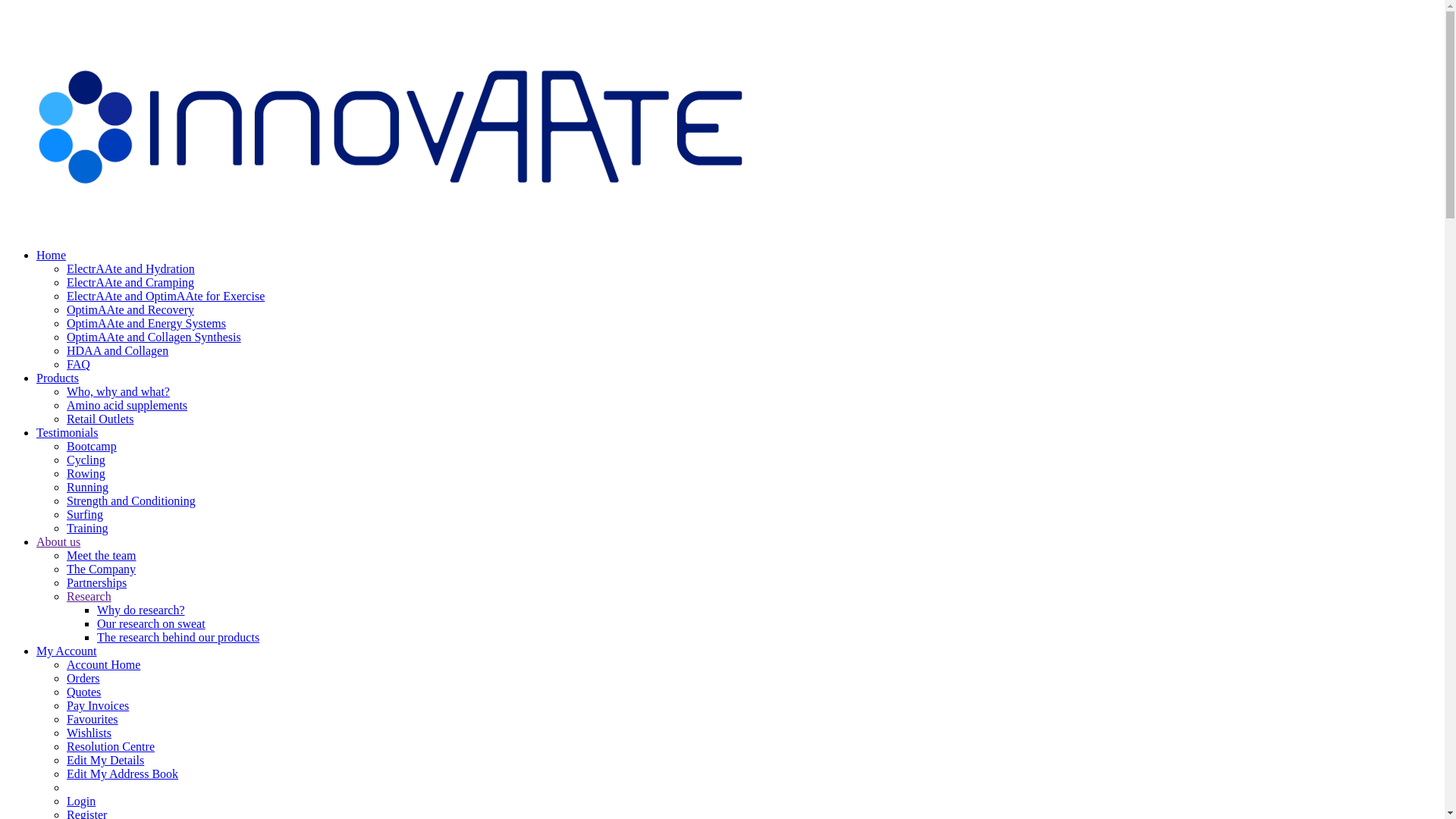  Describe the element at coordinates (36, 432) in the screenshot. I see `'Testimonials'` at that location.